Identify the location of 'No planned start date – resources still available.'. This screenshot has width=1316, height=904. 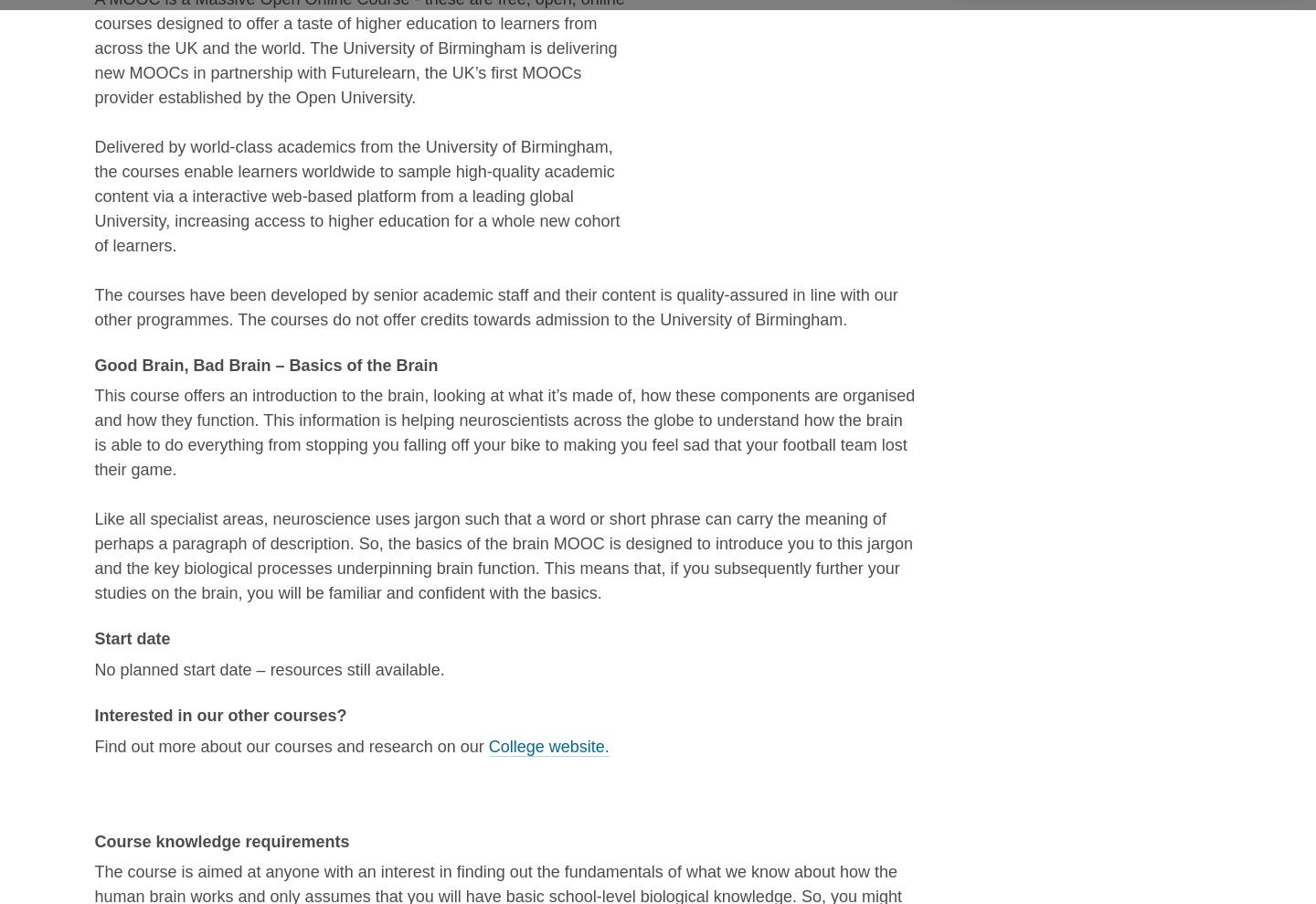
(268, 670).